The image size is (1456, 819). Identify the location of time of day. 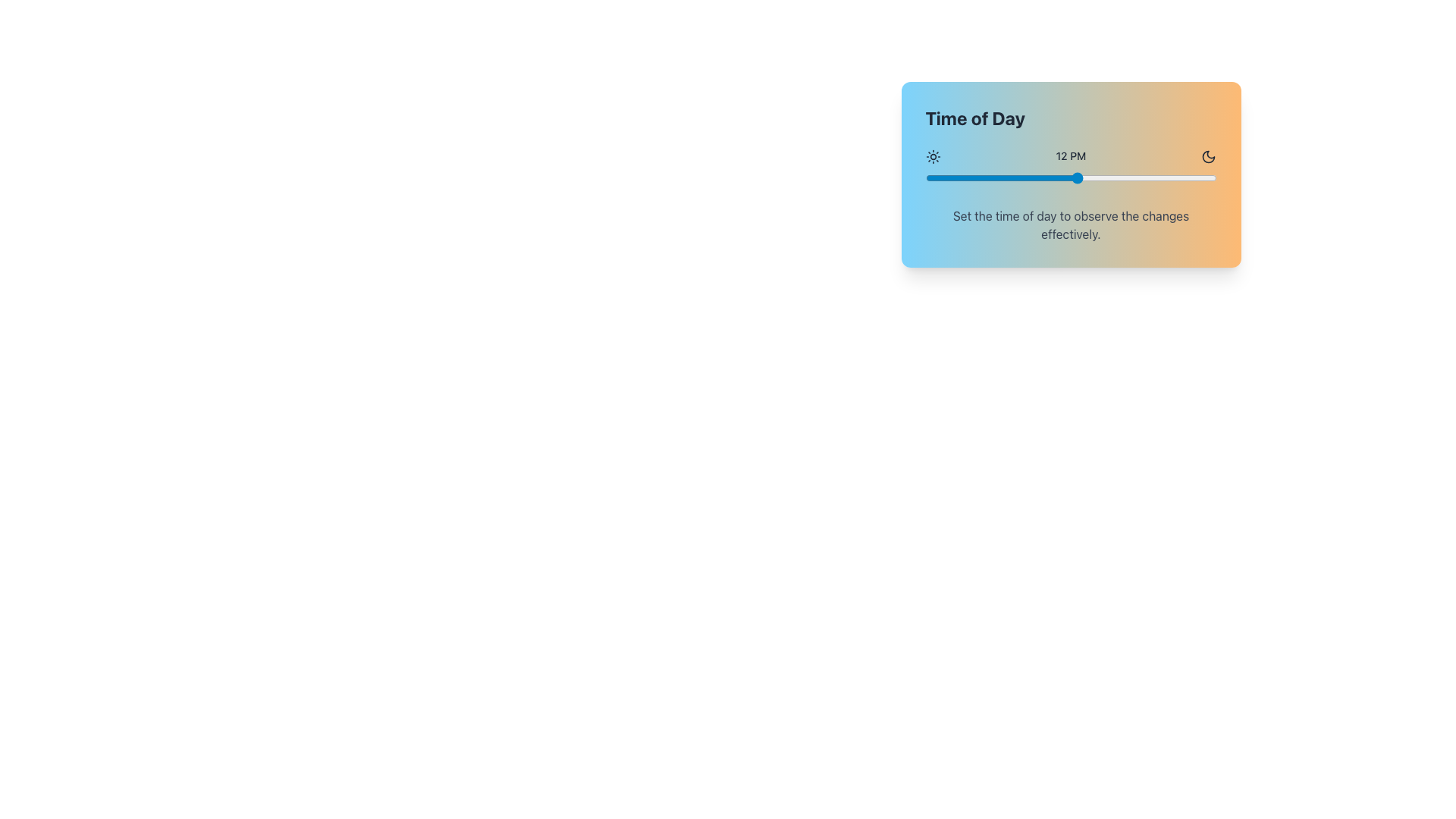
(1115, 177).